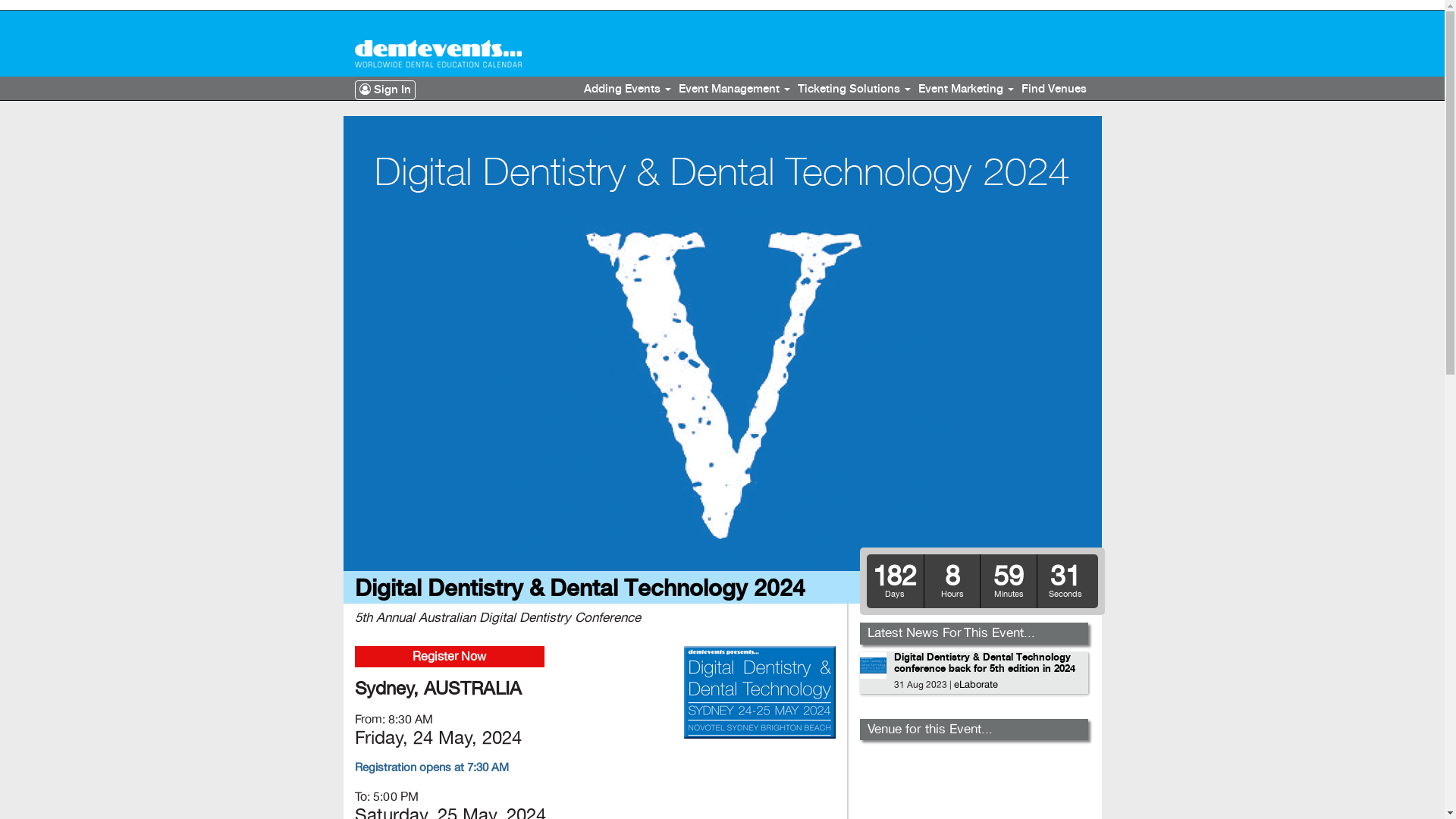 The image size is (1456, 819). What do you see at coordinates (853, 89) in the screenshot?
I see `'Ticketing Solutions'` at bounding box center [853, 89].